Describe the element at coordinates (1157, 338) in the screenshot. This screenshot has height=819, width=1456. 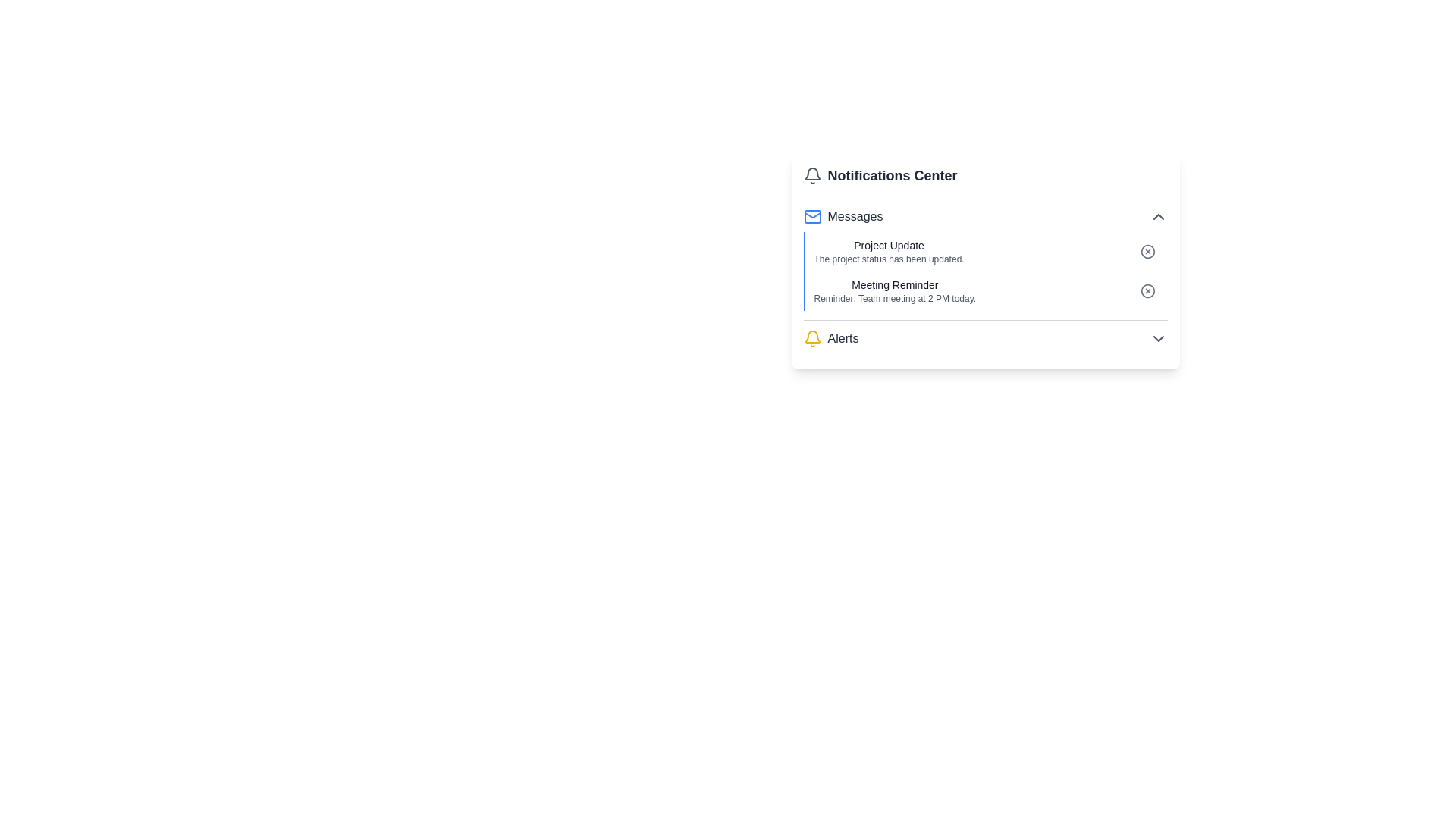
I see `the SVG Chevron-Down icon located to the far right of the 'Alerts' text in the notification menu` at that location.